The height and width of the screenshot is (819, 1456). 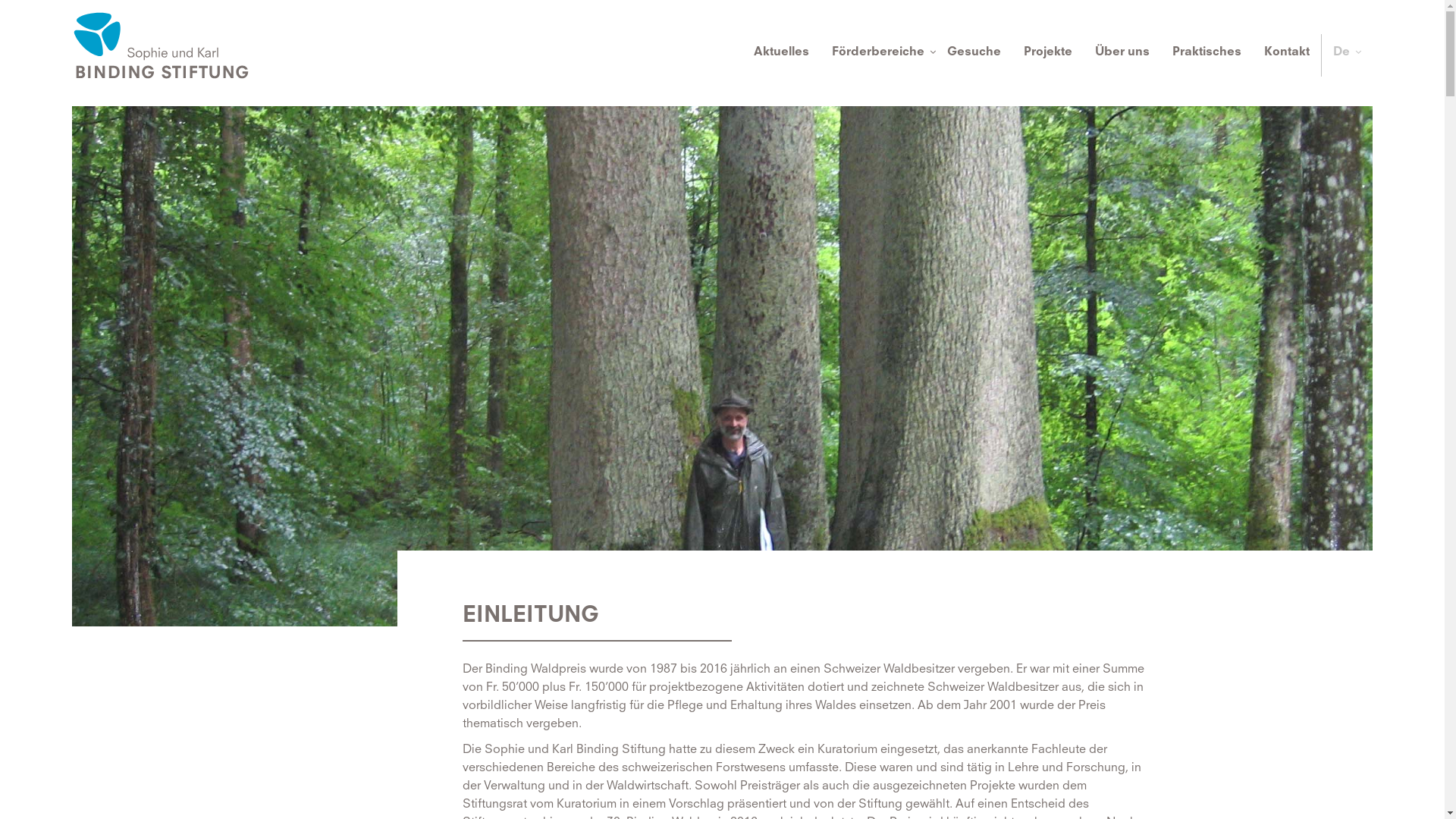 I want to click on 'Aktuelles', so click(x=781, y=55).